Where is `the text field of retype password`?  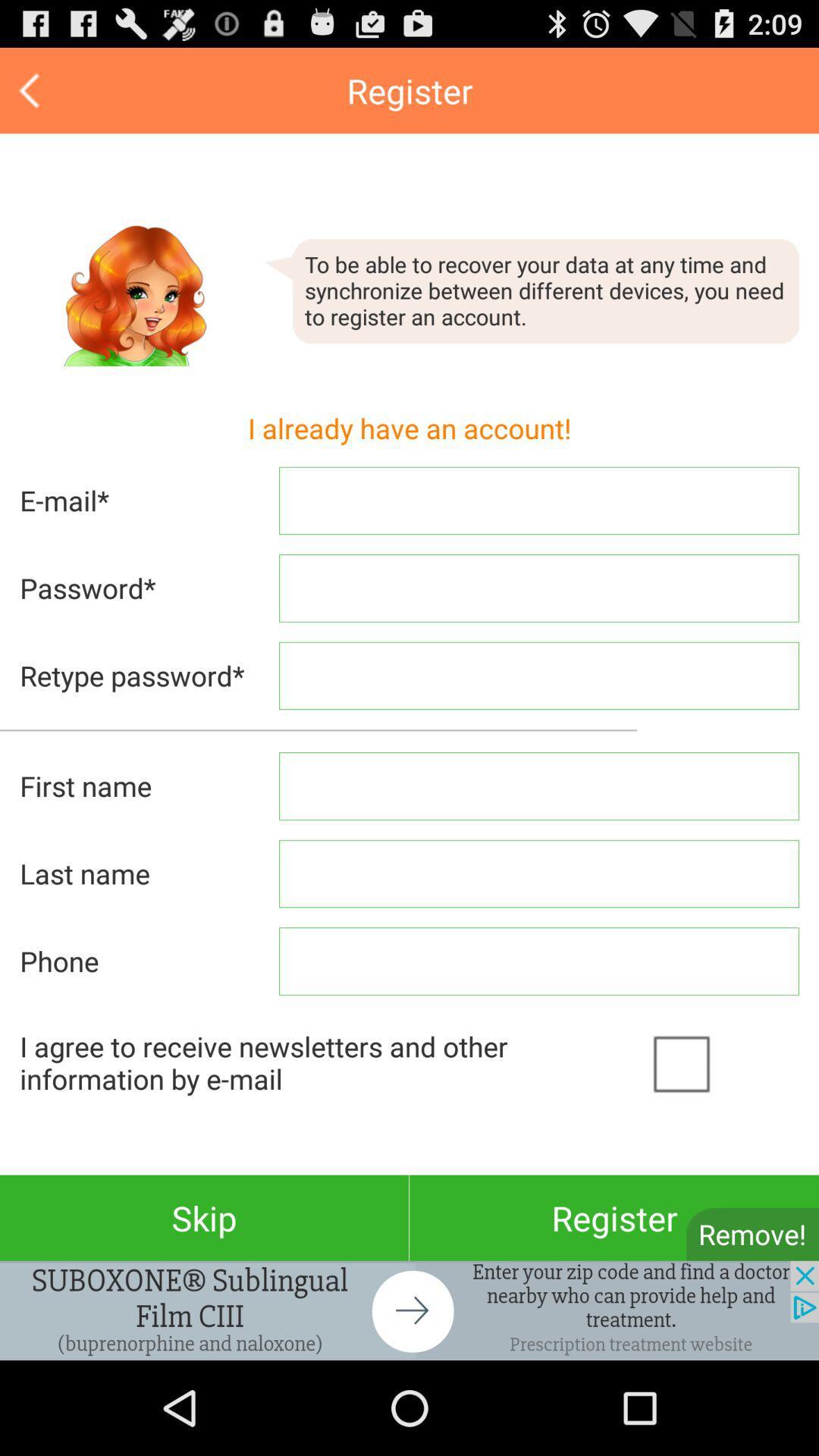 the text field of retype password is located at coordinates (538, 675).